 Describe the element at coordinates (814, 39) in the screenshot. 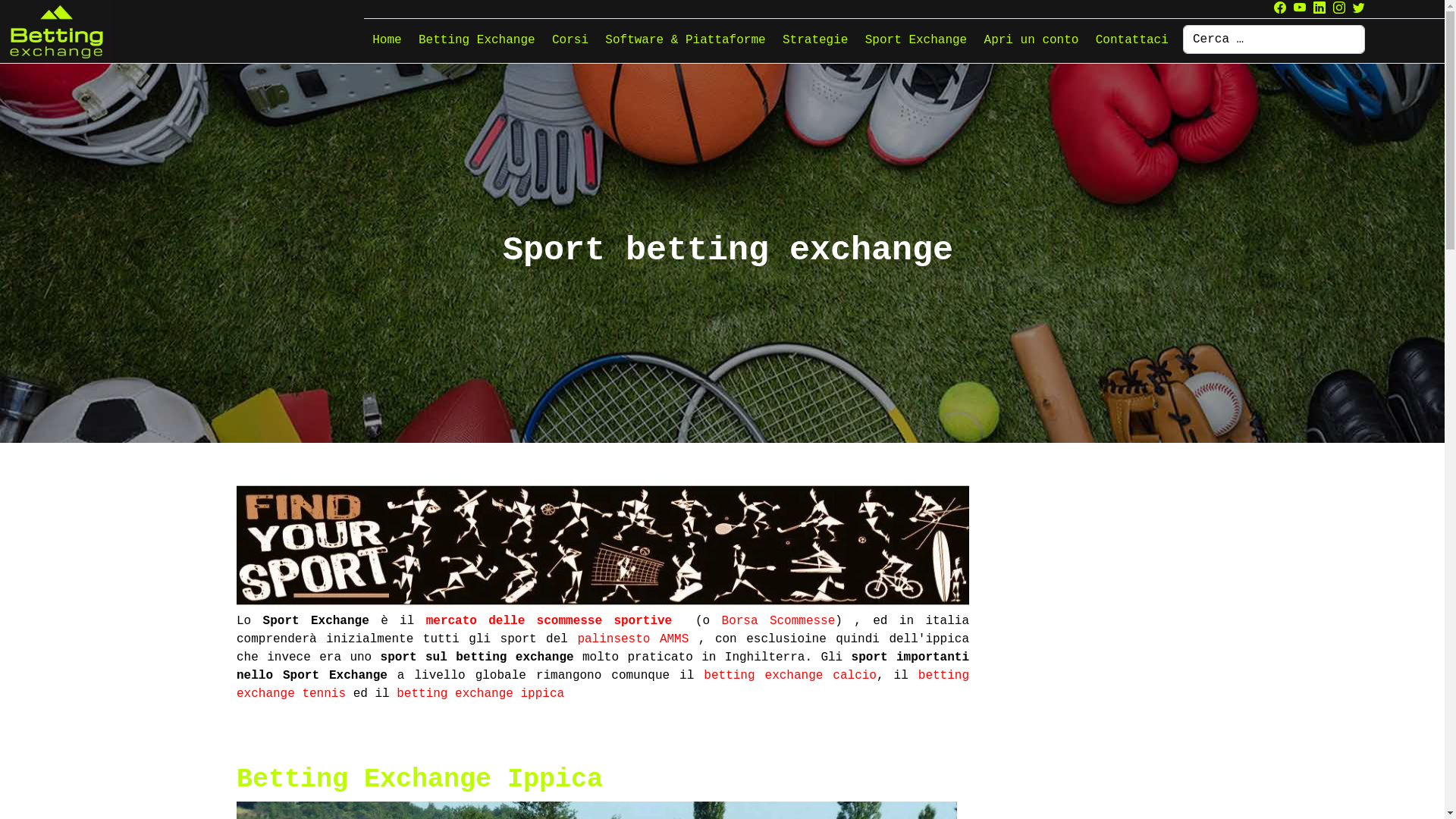

I see `'Strategie'` at that location.